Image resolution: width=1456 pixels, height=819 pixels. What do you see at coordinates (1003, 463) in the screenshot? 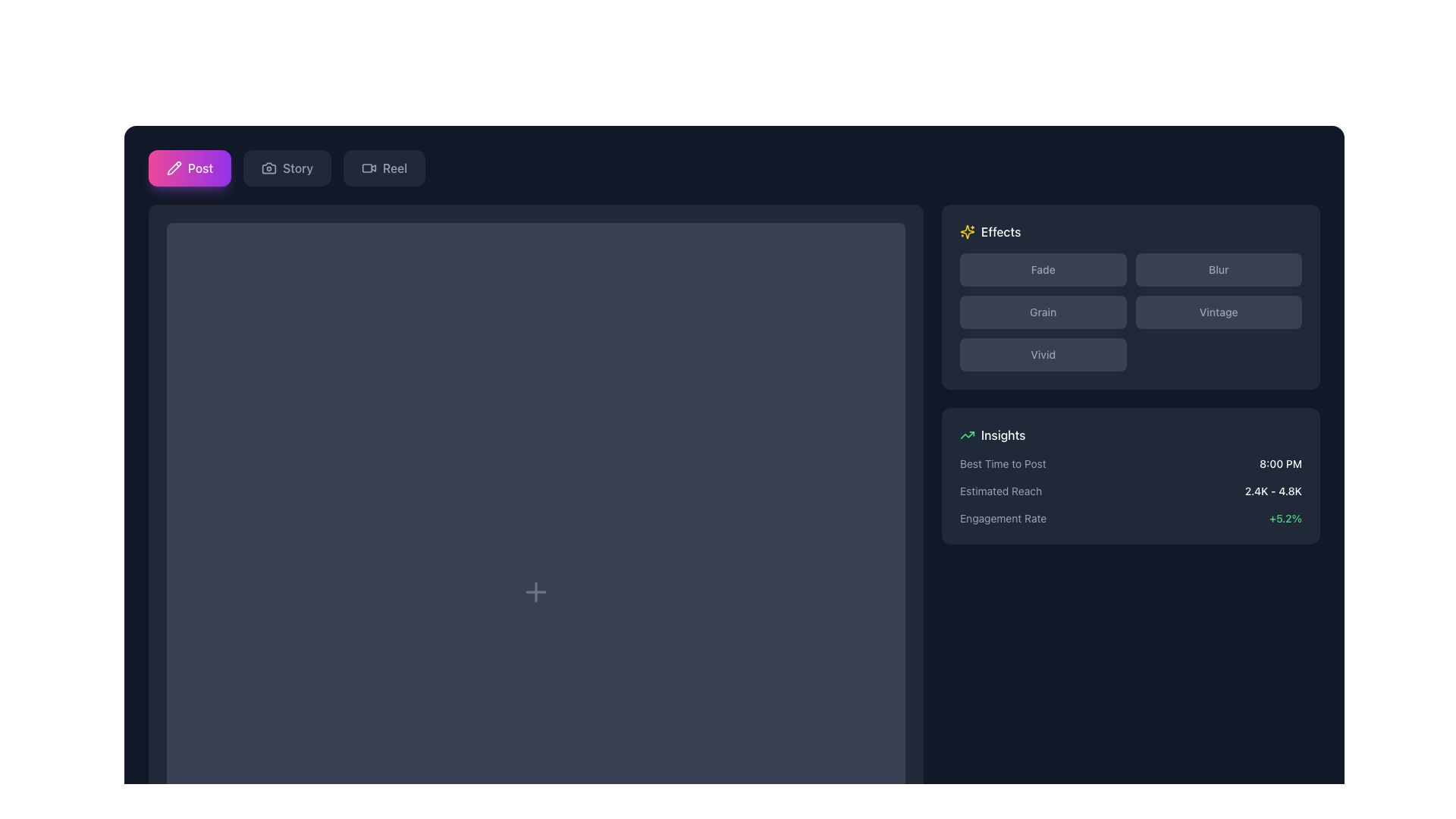
I see `text label that displays 'Best Time to Post', which is located on the right side of the interface under the 'Insights' heading` at bounding box center [1003, 463].